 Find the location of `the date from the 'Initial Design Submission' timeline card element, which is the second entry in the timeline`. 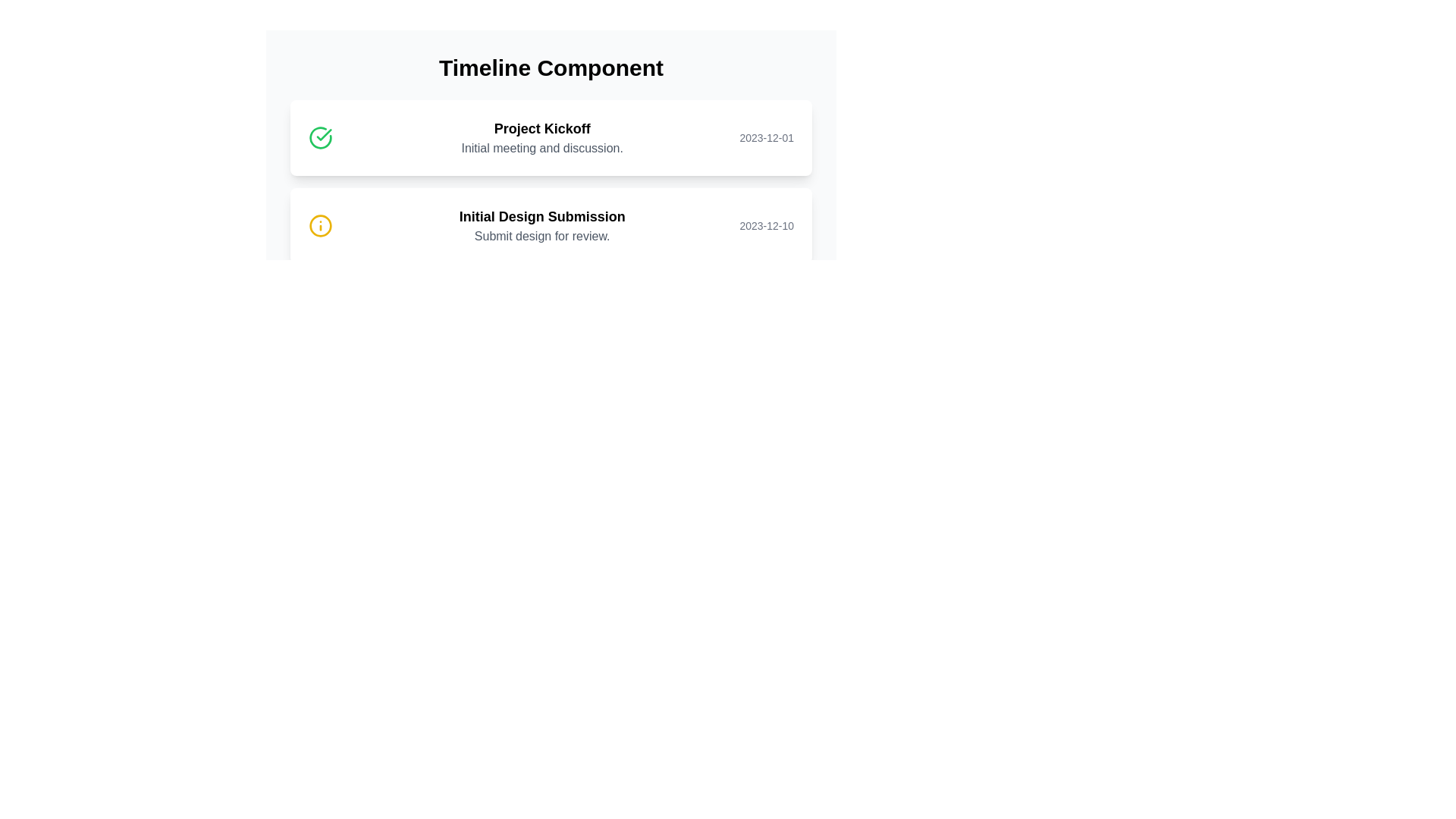

the date from the 'Initial Design Submission' timeline card element, which is the second entry in the timeline is located at coordinates (550, 225).